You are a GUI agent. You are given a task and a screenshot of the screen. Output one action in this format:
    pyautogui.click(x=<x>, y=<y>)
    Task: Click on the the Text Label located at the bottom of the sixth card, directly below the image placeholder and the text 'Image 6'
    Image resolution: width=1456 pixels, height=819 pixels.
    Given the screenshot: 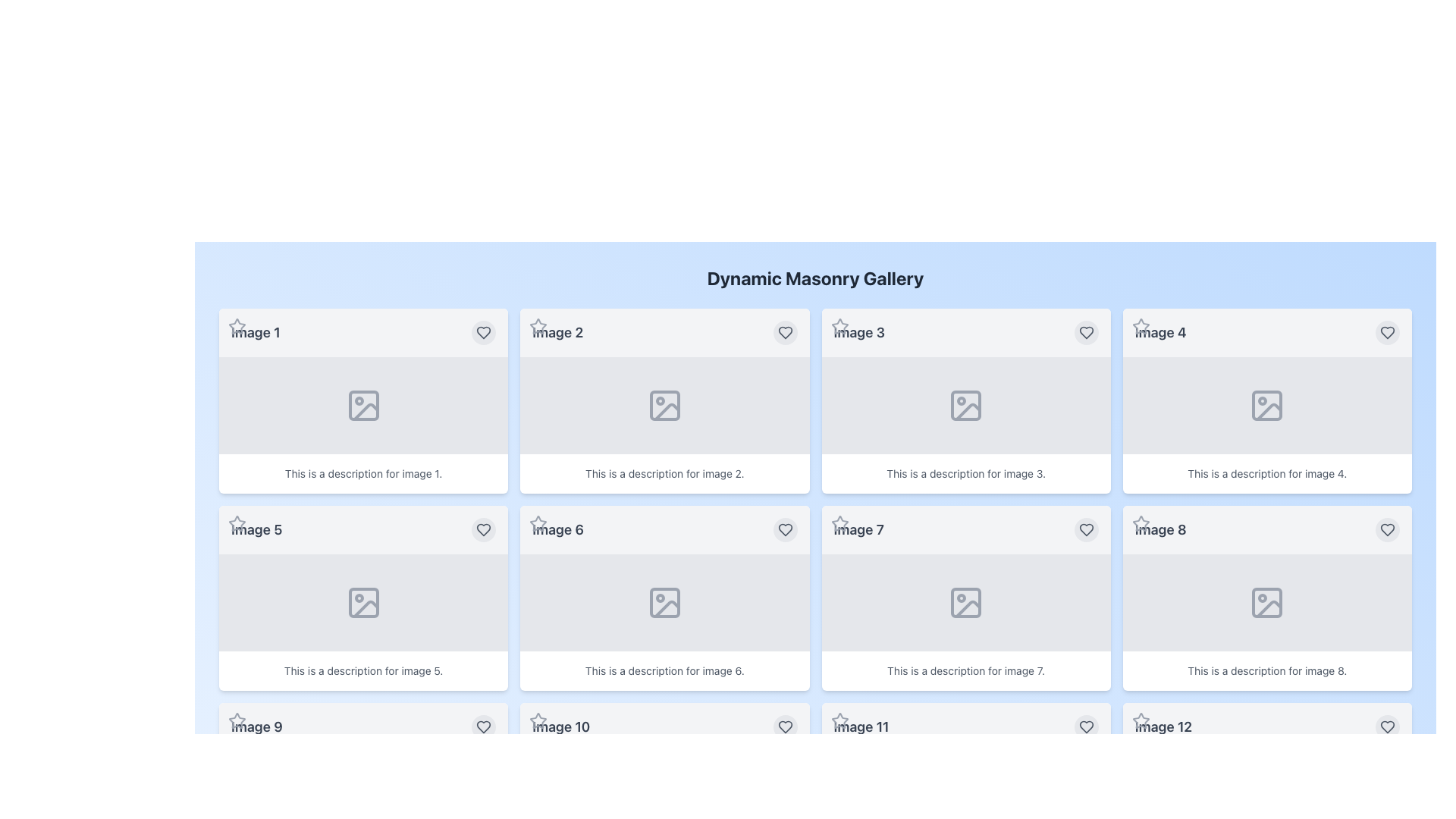 What is the action you would take?
    pyautogui.click(x=664, y=670)
    